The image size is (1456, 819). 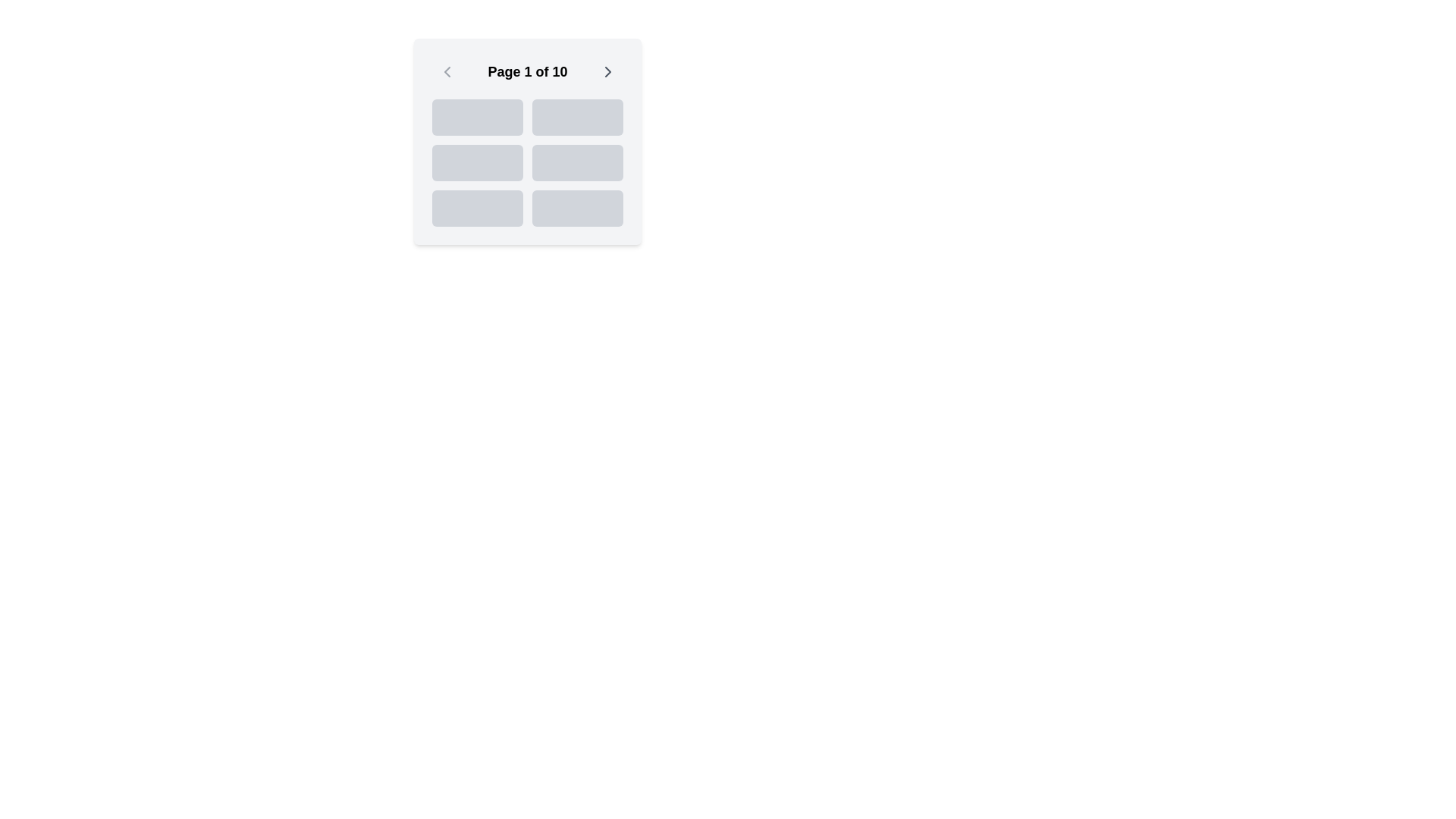 What do you see at coordinates (577, 163) in the screenshot?
I see `the light gray Placeholder block with rounded corners located in the second column and second row of a 3x2 grid layout` at bounding box center [577, 163].